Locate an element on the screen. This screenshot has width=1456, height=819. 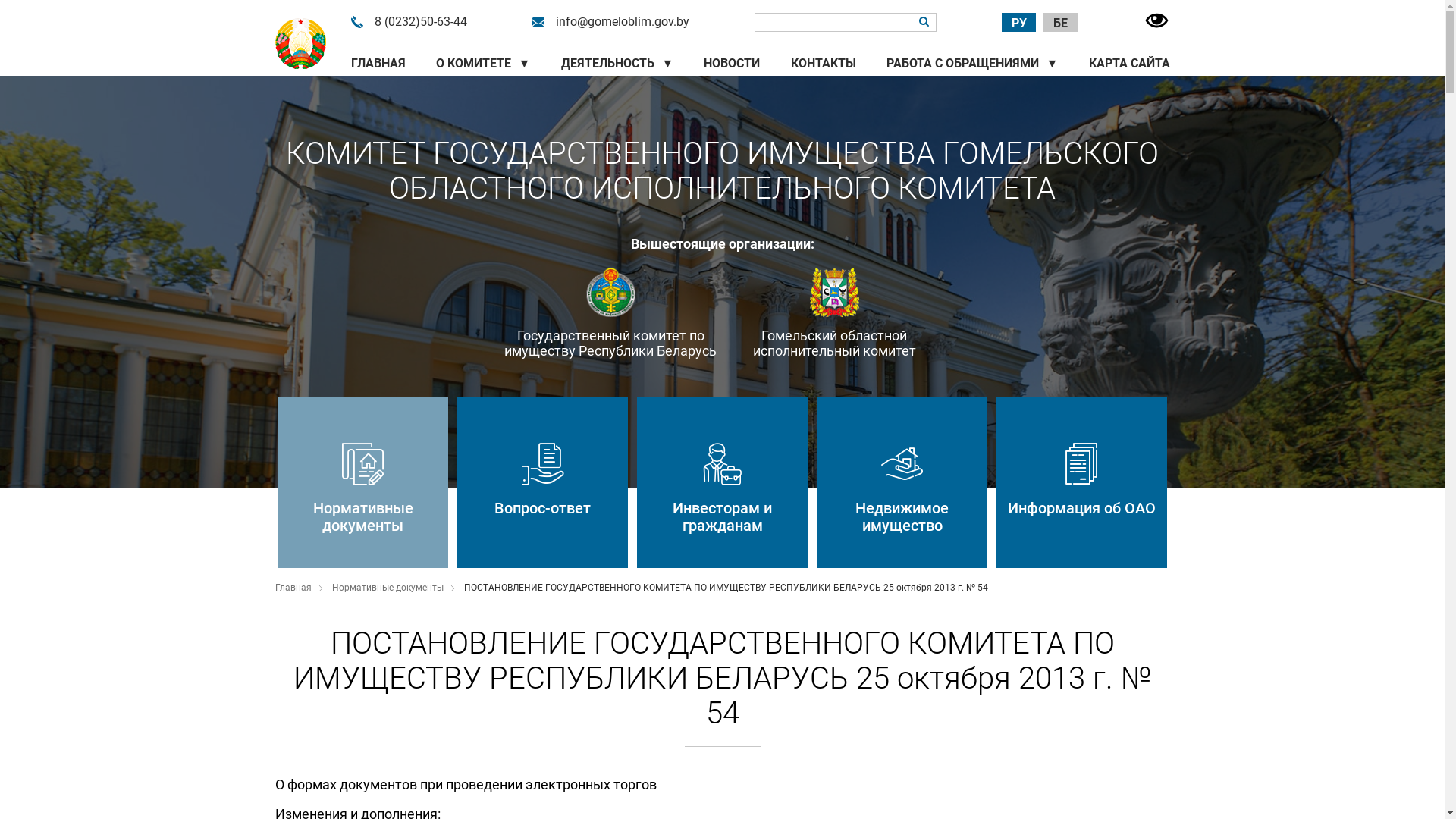
'info@gomeloblim.gov.by' is located at coordinates (622, 22).